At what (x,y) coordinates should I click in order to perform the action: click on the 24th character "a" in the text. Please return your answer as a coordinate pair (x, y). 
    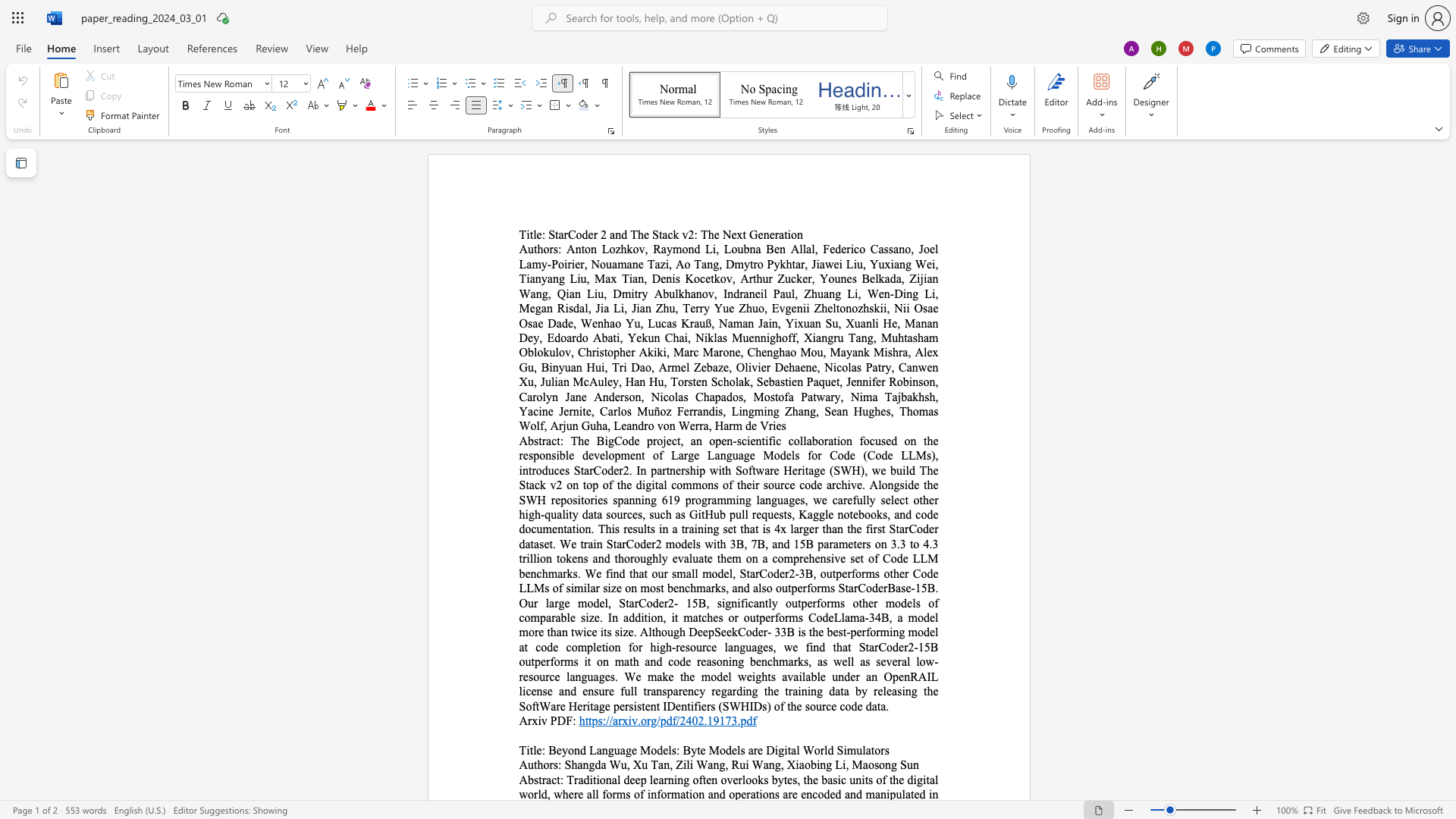
    Looking at the image, I should click on (746, 293).